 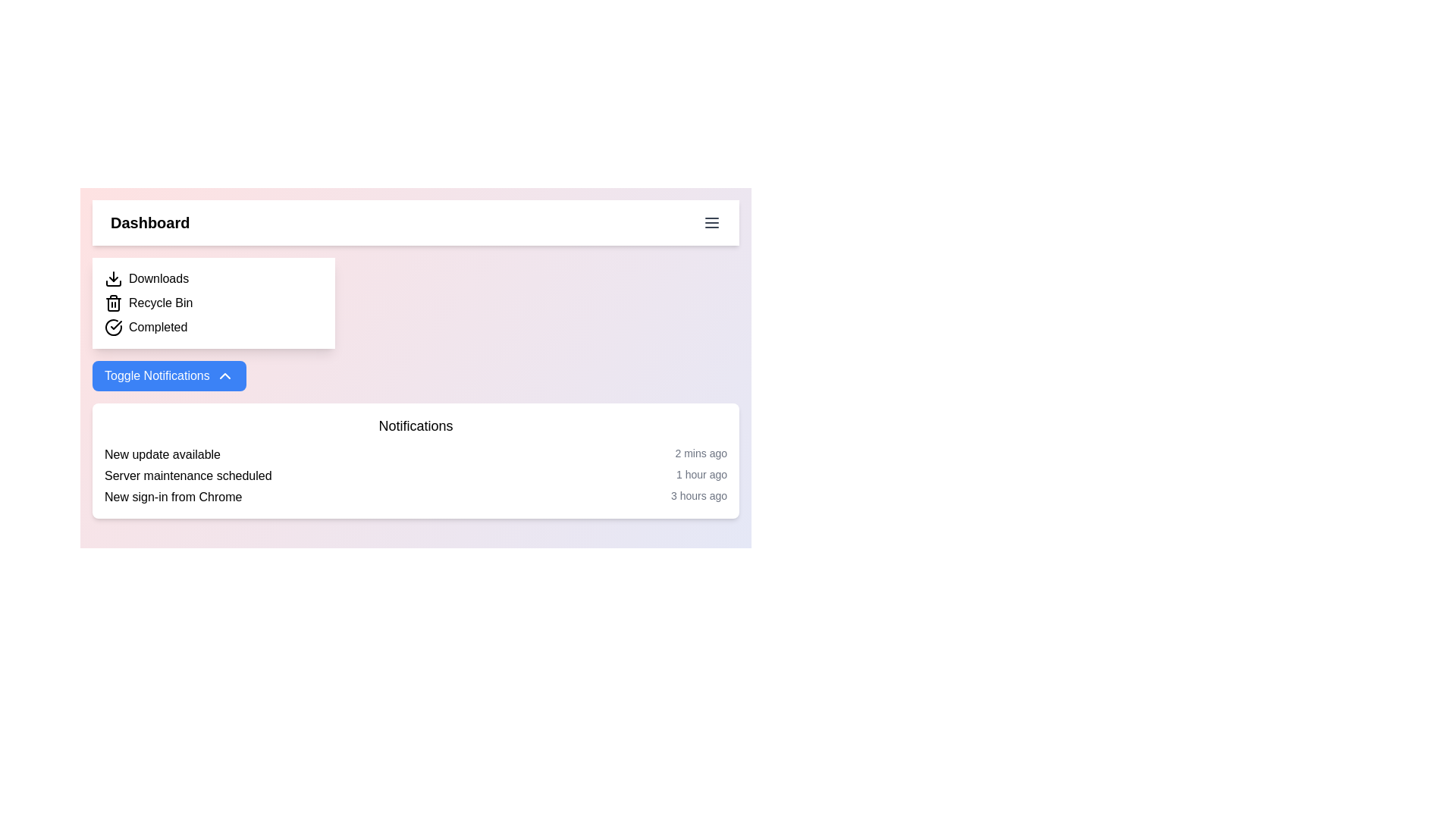 What do you see at coordinates (112, 278) in the screenshot?
I see `the downward arrow SVG icon located to the left of the 'Downloads' label in the top-left segment of the menu beneath the 'Dashboard' title` at bounding box center [112, 278].